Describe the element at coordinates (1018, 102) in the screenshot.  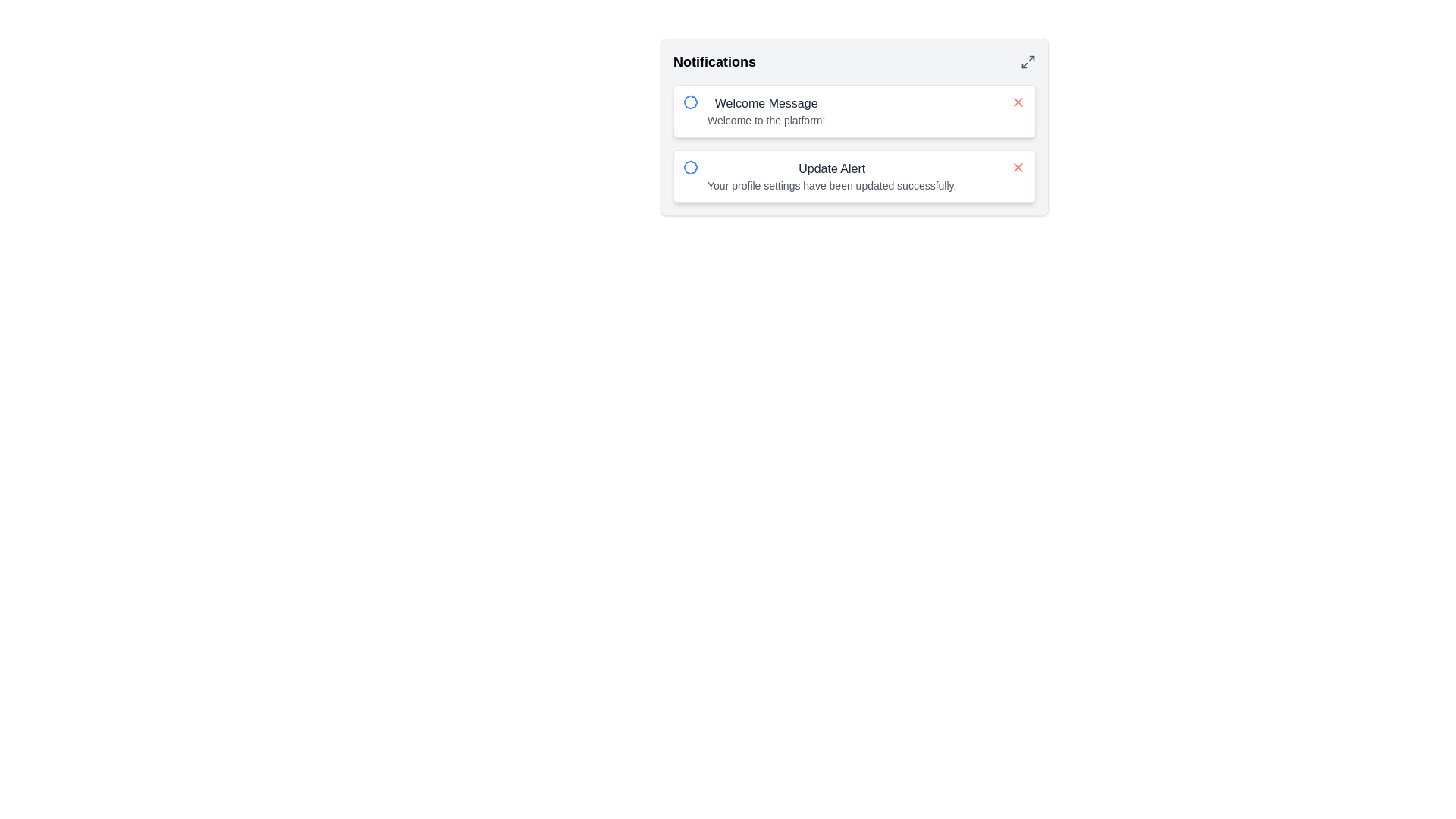
I see `the Close Icon on the right-hand side of the 'Welcome Message' notification` at that location.